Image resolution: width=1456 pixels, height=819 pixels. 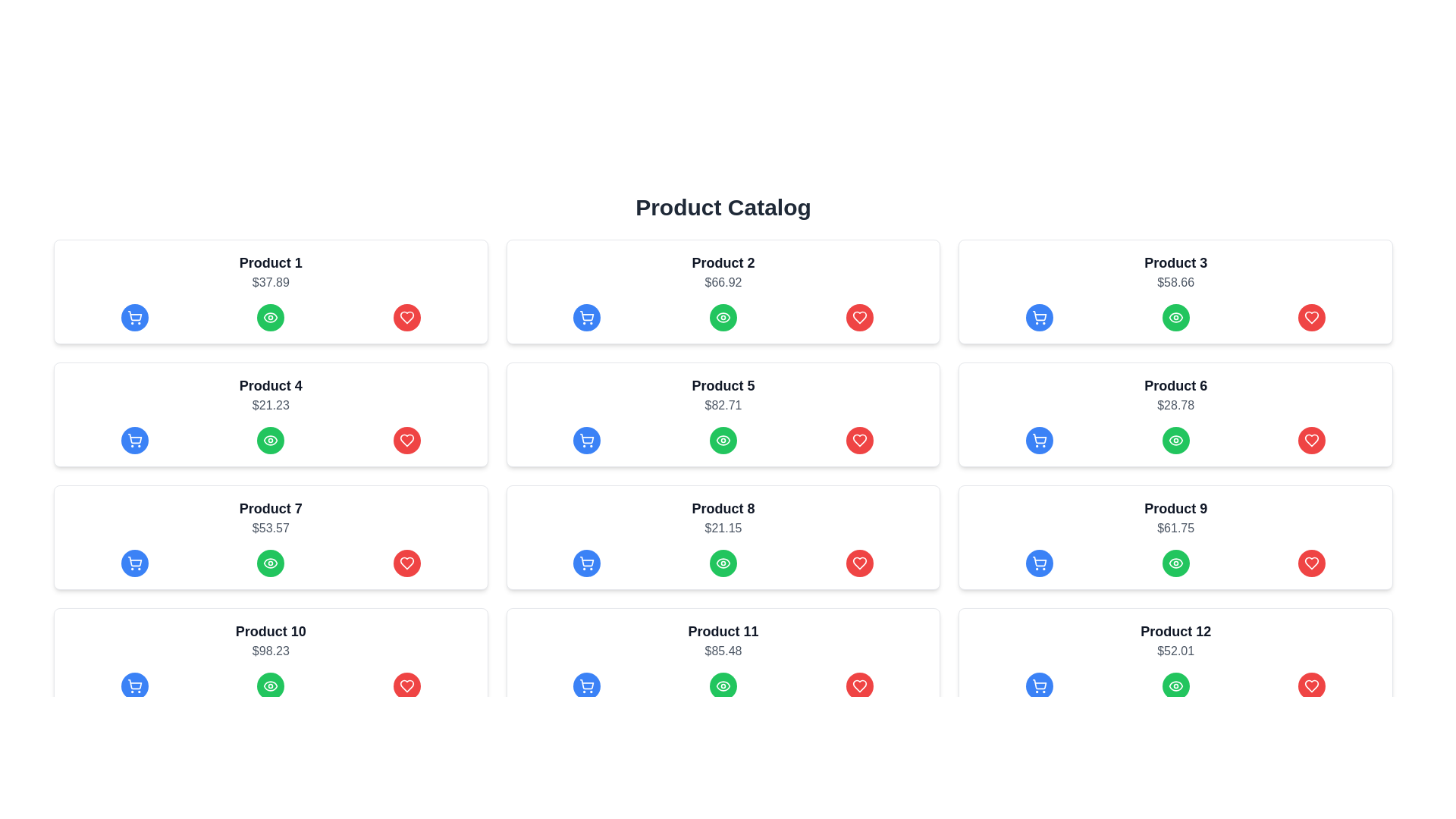 I want to click on the action button that adds the associated product to the shopping cart to change its background color, so click(x=586, y=317).